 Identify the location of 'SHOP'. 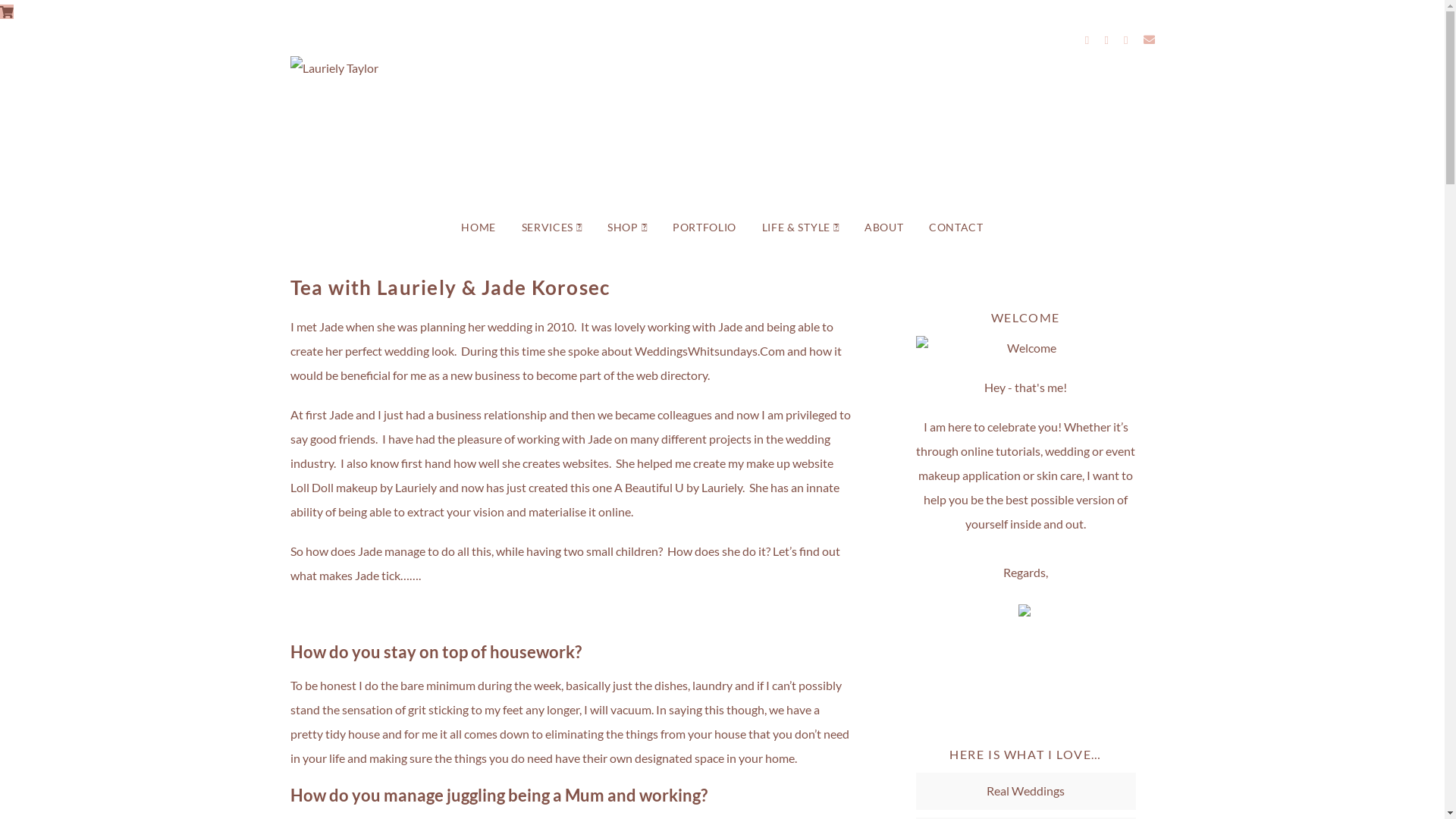
(626, 227).